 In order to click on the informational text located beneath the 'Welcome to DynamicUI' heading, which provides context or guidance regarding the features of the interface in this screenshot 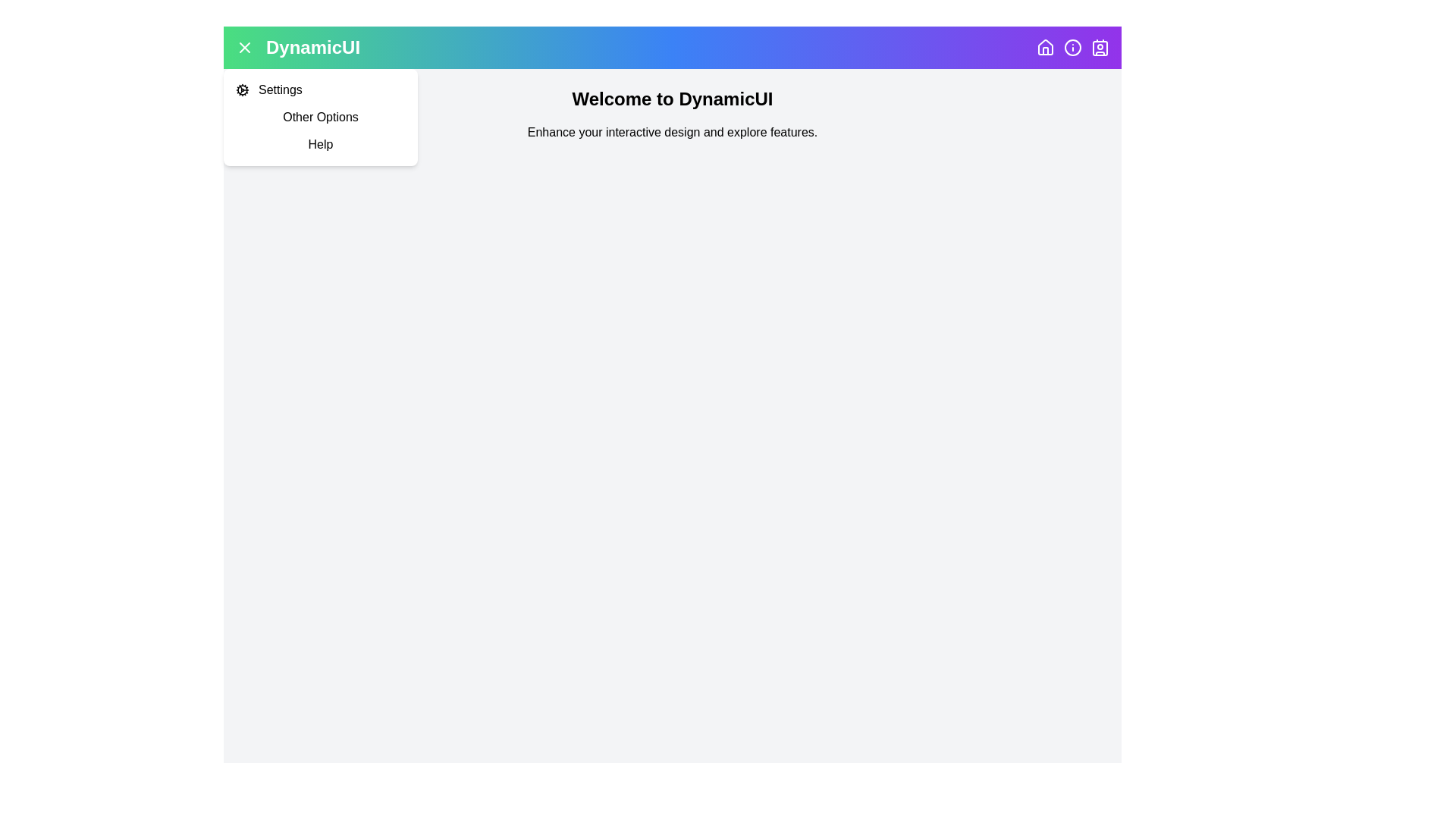, I will do `click(672, 131)`.